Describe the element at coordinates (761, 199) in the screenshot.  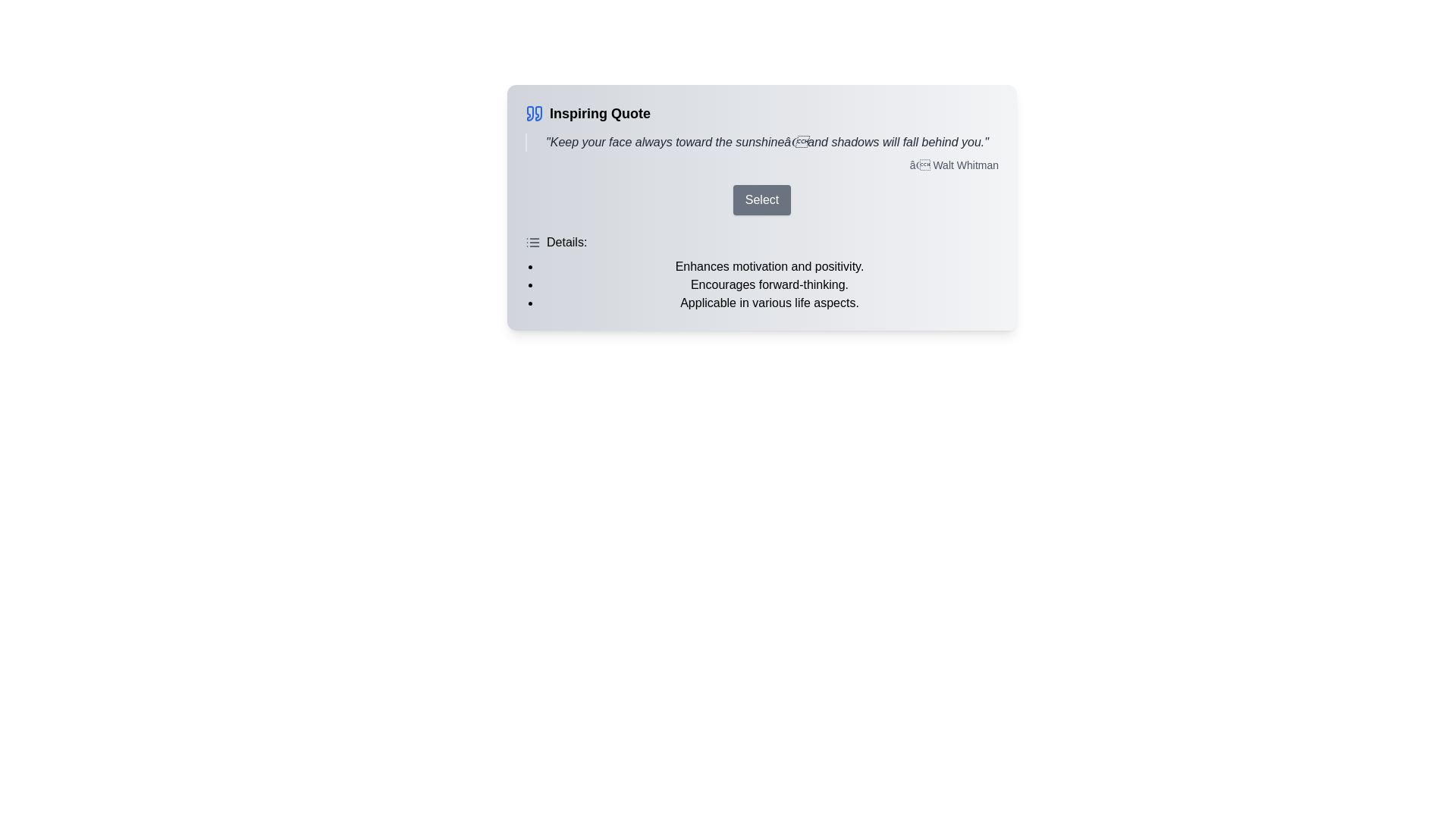
I see `the 'Select' button, which has a gray background and white text, to observe visual feedback` at that location.